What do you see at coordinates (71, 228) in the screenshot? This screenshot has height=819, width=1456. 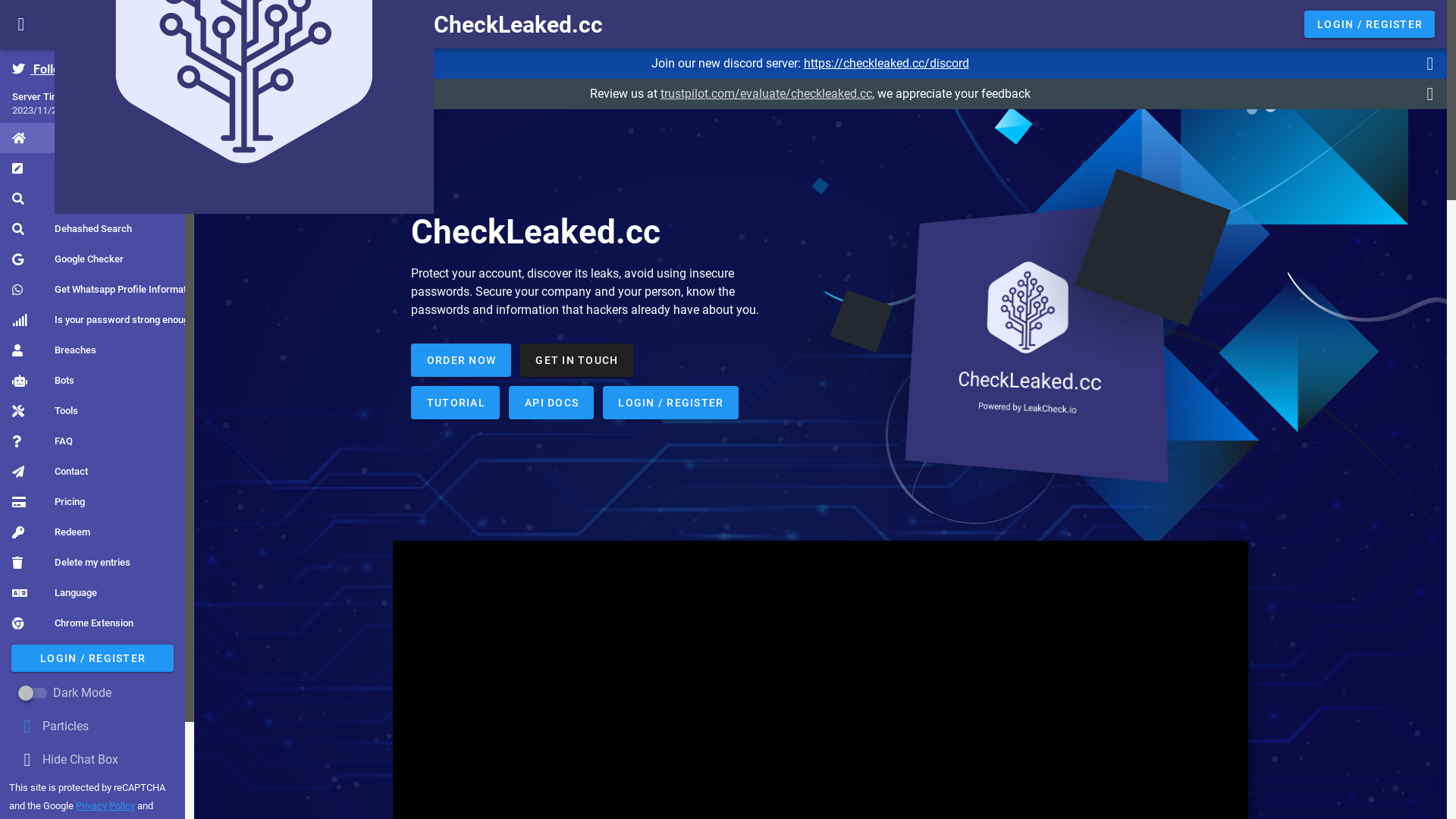 I see `'Dehashed Search'` at bounding box center [71, 228].